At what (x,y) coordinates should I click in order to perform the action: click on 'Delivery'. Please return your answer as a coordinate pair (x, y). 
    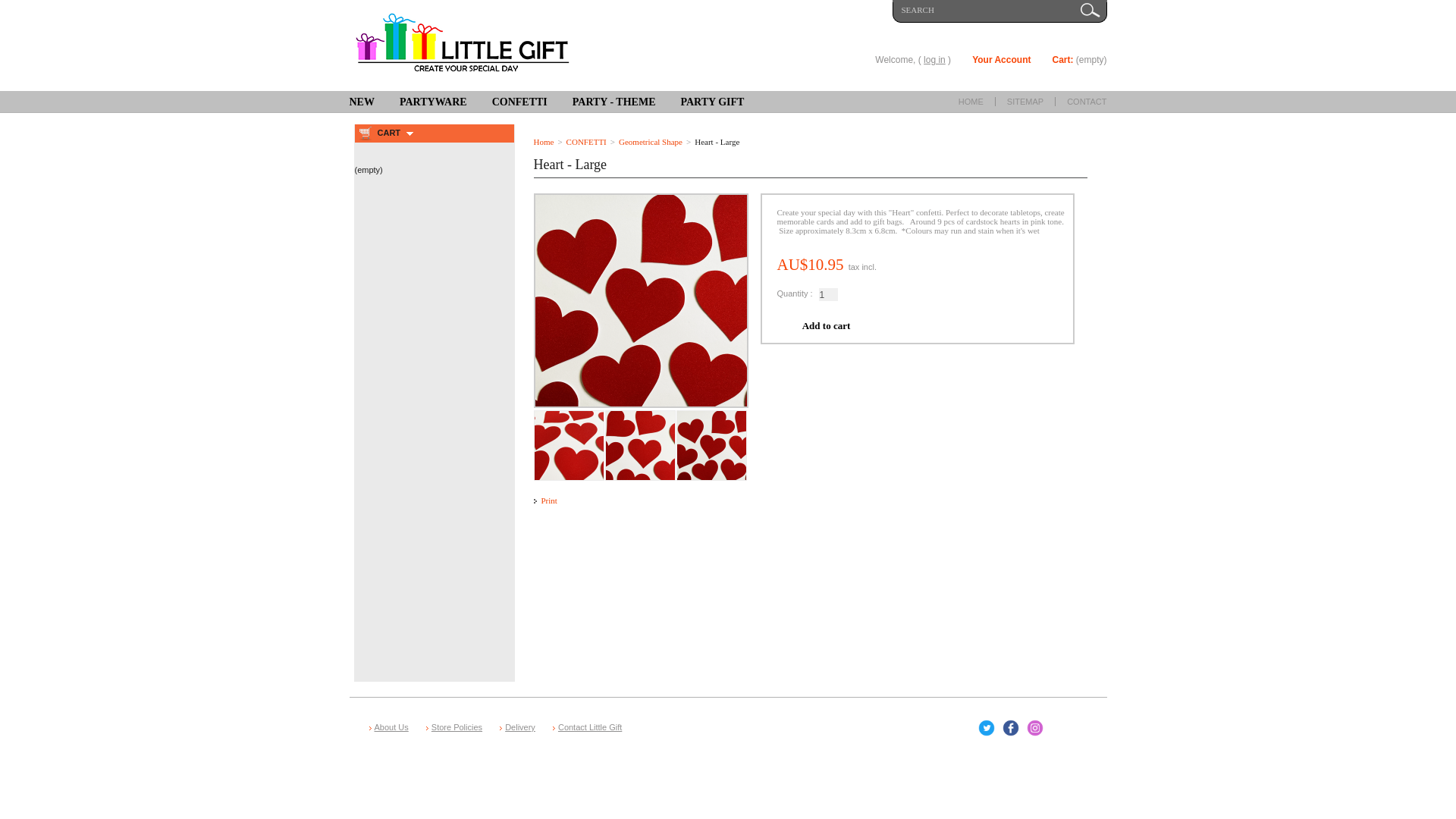
    Looking at the image, I should click on (520, 726).